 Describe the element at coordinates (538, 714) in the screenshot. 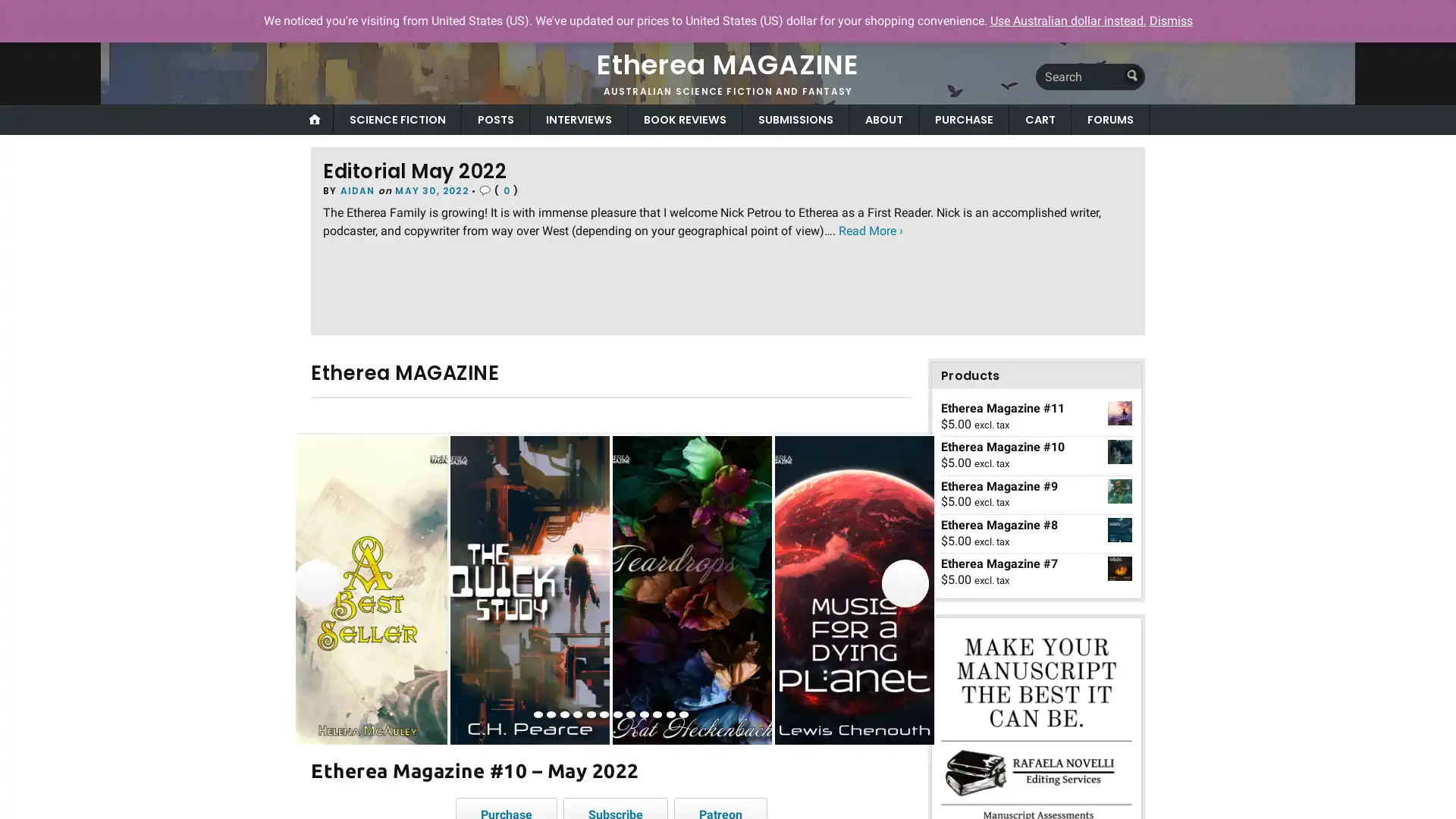

I see `view image 1 of 12 in carousel` at that location.